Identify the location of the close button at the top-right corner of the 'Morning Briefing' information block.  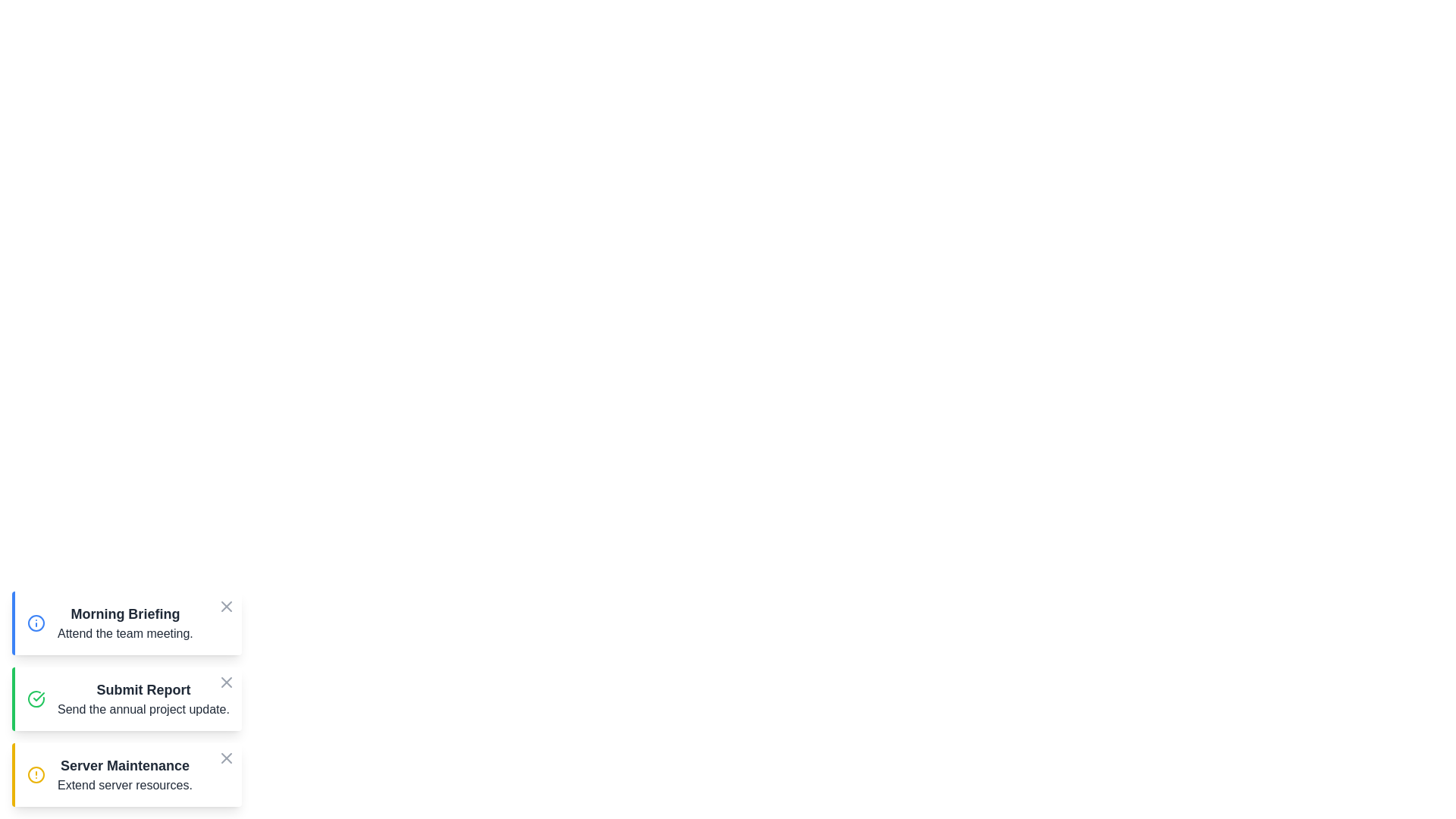
(225, 608).